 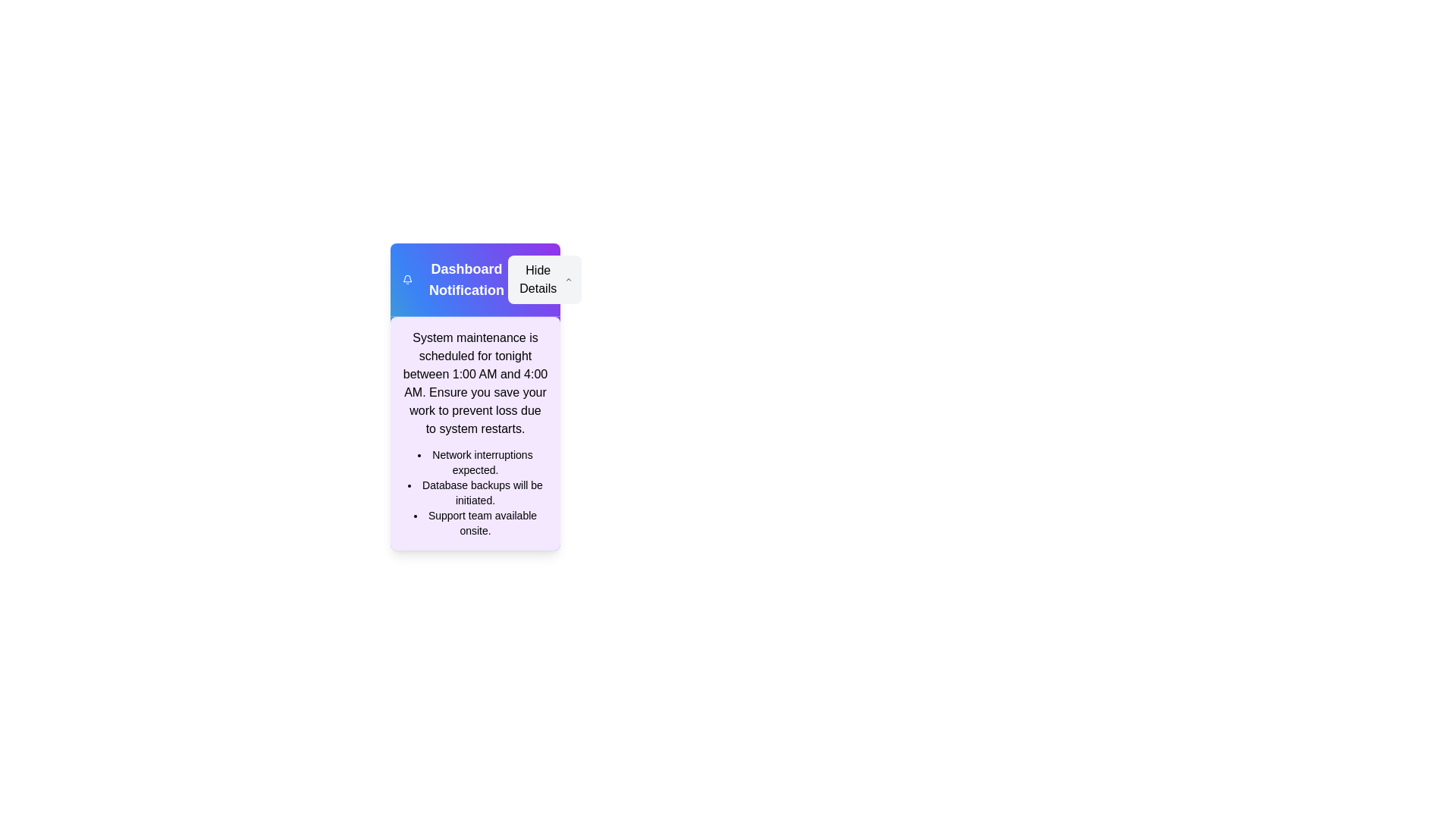 What do you see at coordinates (544, 280) in the screenshot?
I see `the 'Hide Details' button to toggle the visibility of the details section` at bounding box center [544, 280].